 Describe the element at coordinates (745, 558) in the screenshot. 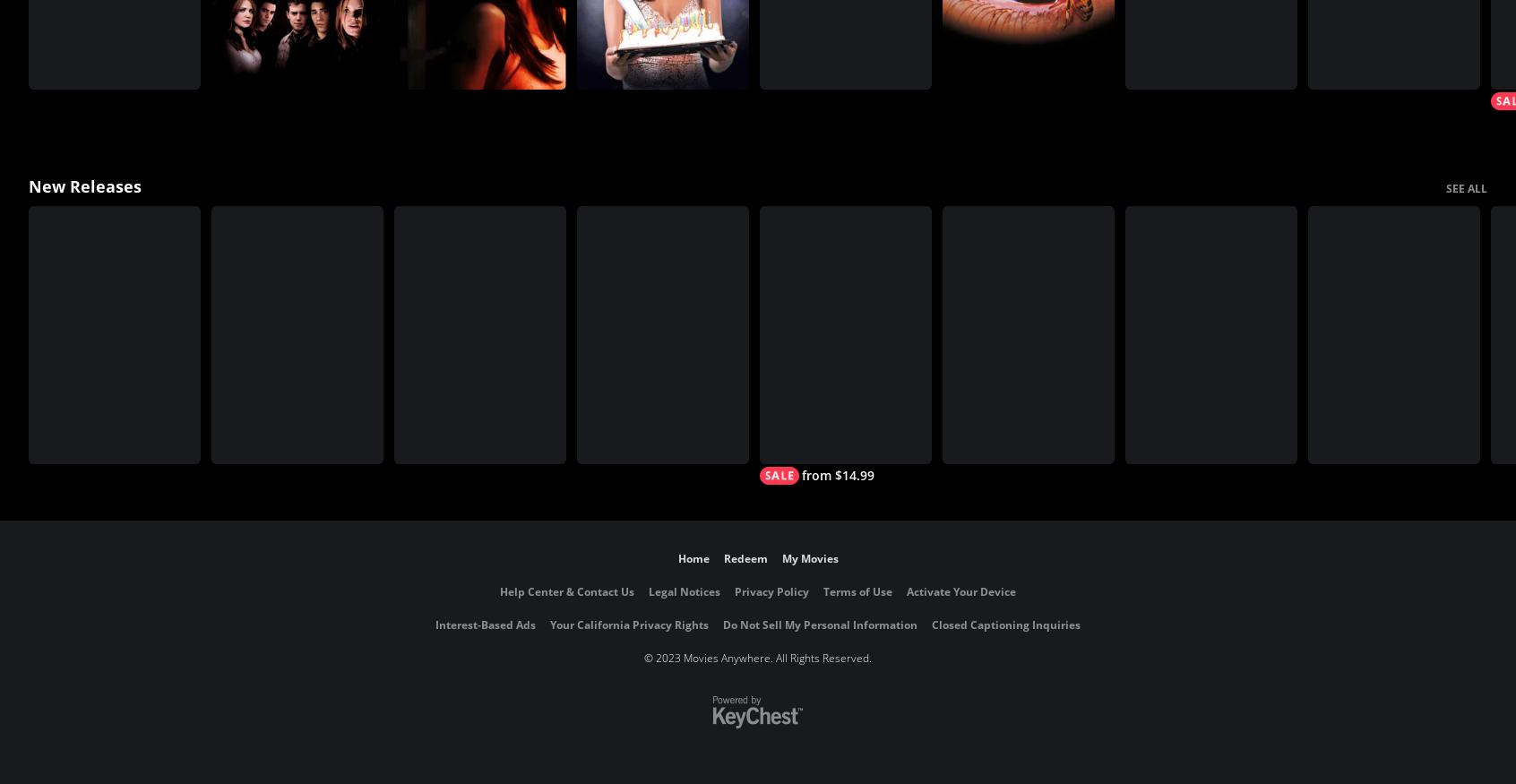

I see `'Redeem'` at that location.